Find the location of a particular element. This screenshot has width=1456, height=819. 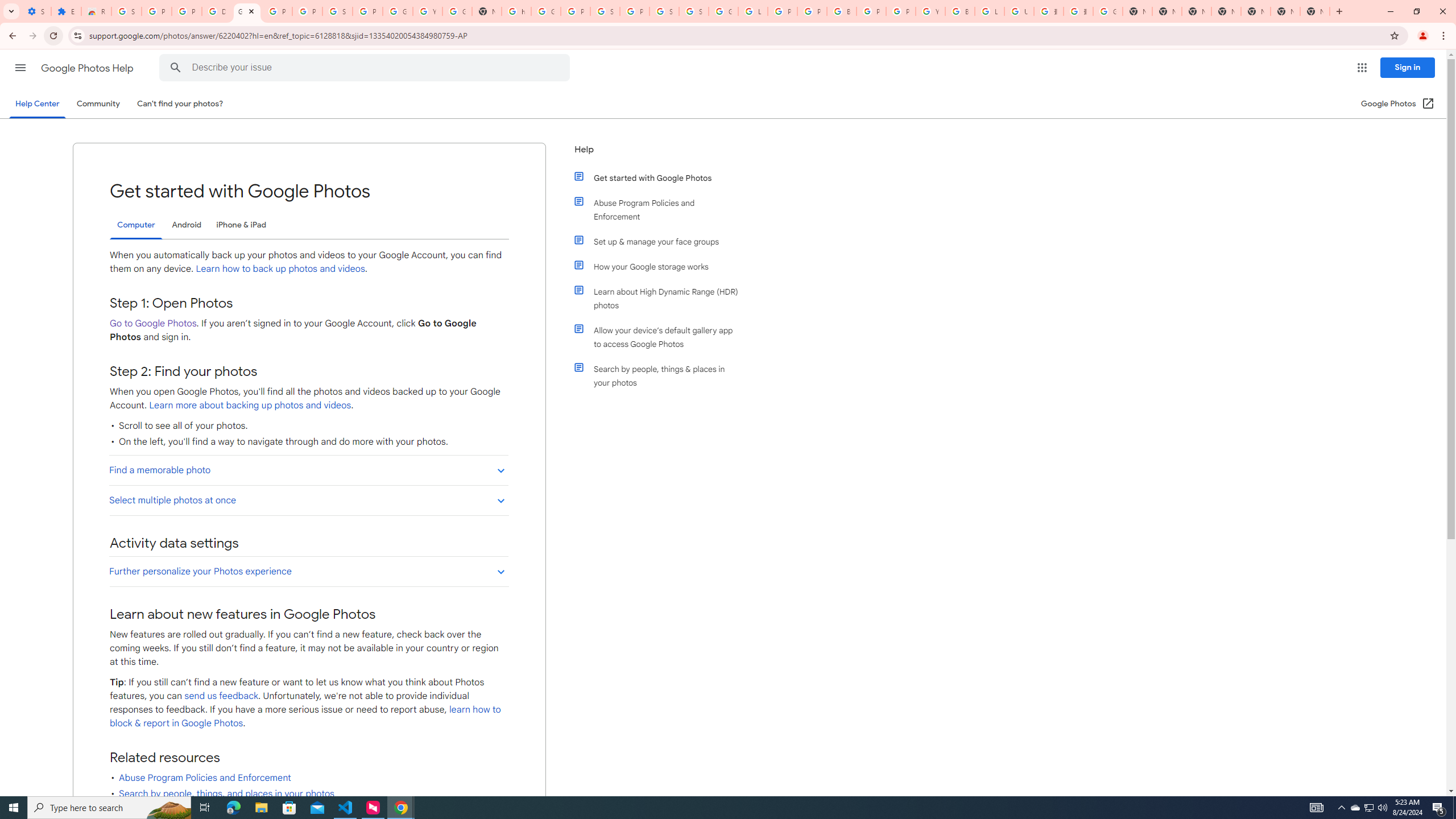

'Describe your issue' is located at coordinates (366, 67).